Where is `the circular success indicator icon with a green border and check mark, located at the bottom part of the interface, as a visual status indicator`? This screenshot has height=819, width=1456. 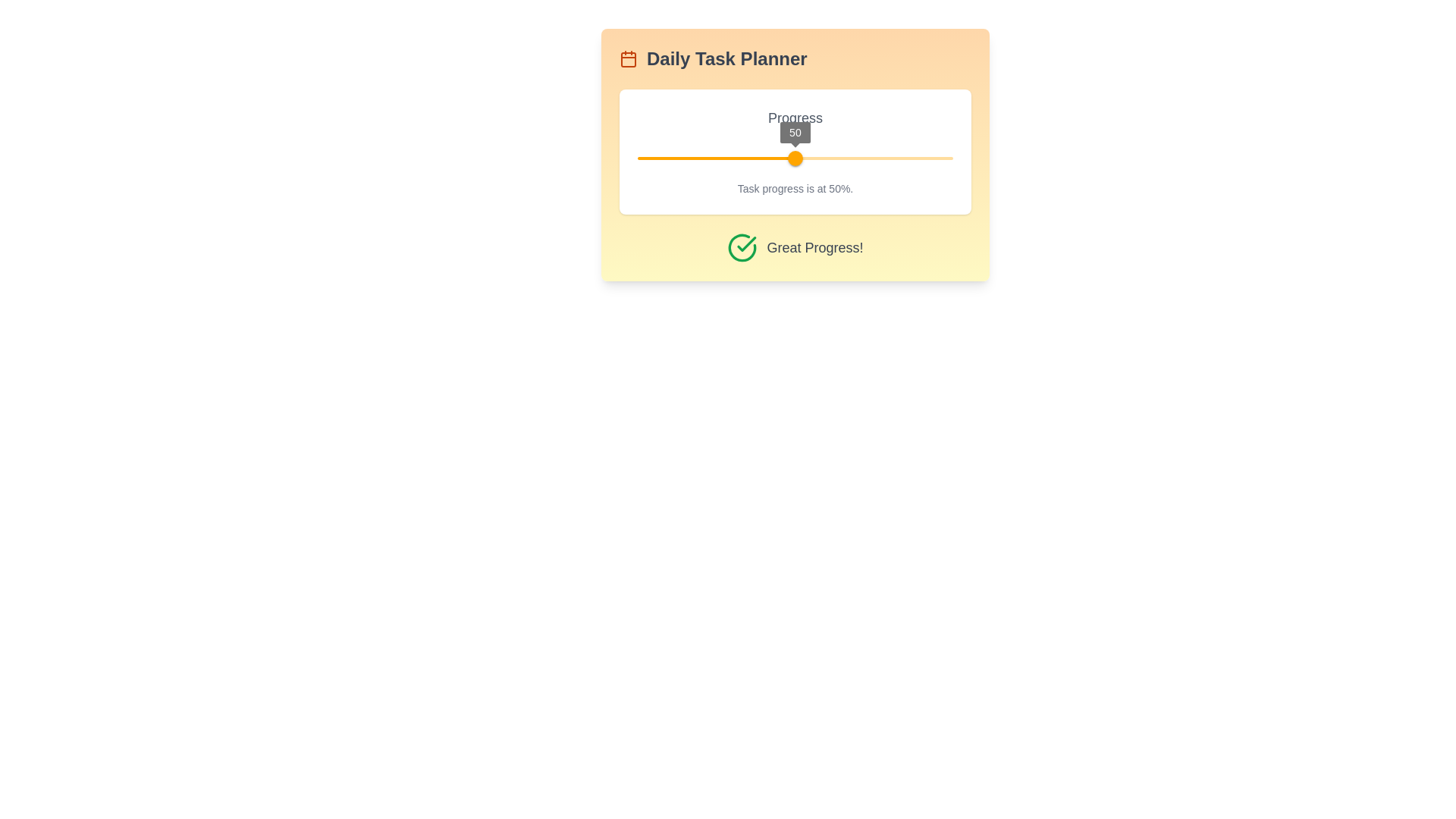 the circular success indicator icon with a green border and check mark, located at the bottom part of the interface, as a visual status indicator is located at coordinates (742, 247).